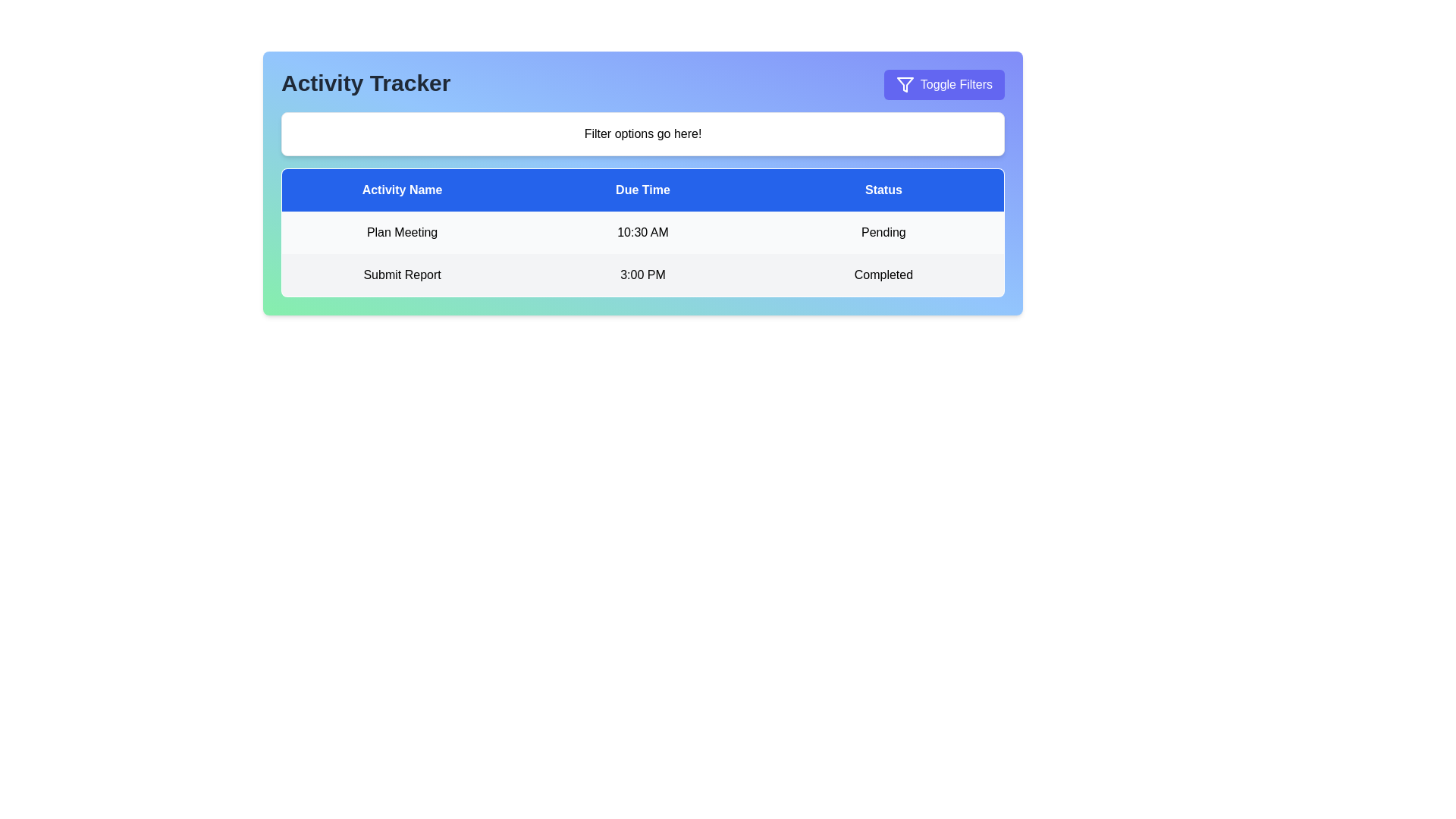 This screenshot has height=819, width=1456. What do you see at coordinates (402, 189) in the screenshot?
I see `the first column header which indicates activity names, located at the far left of the header row` at bounding box center [402, 189].